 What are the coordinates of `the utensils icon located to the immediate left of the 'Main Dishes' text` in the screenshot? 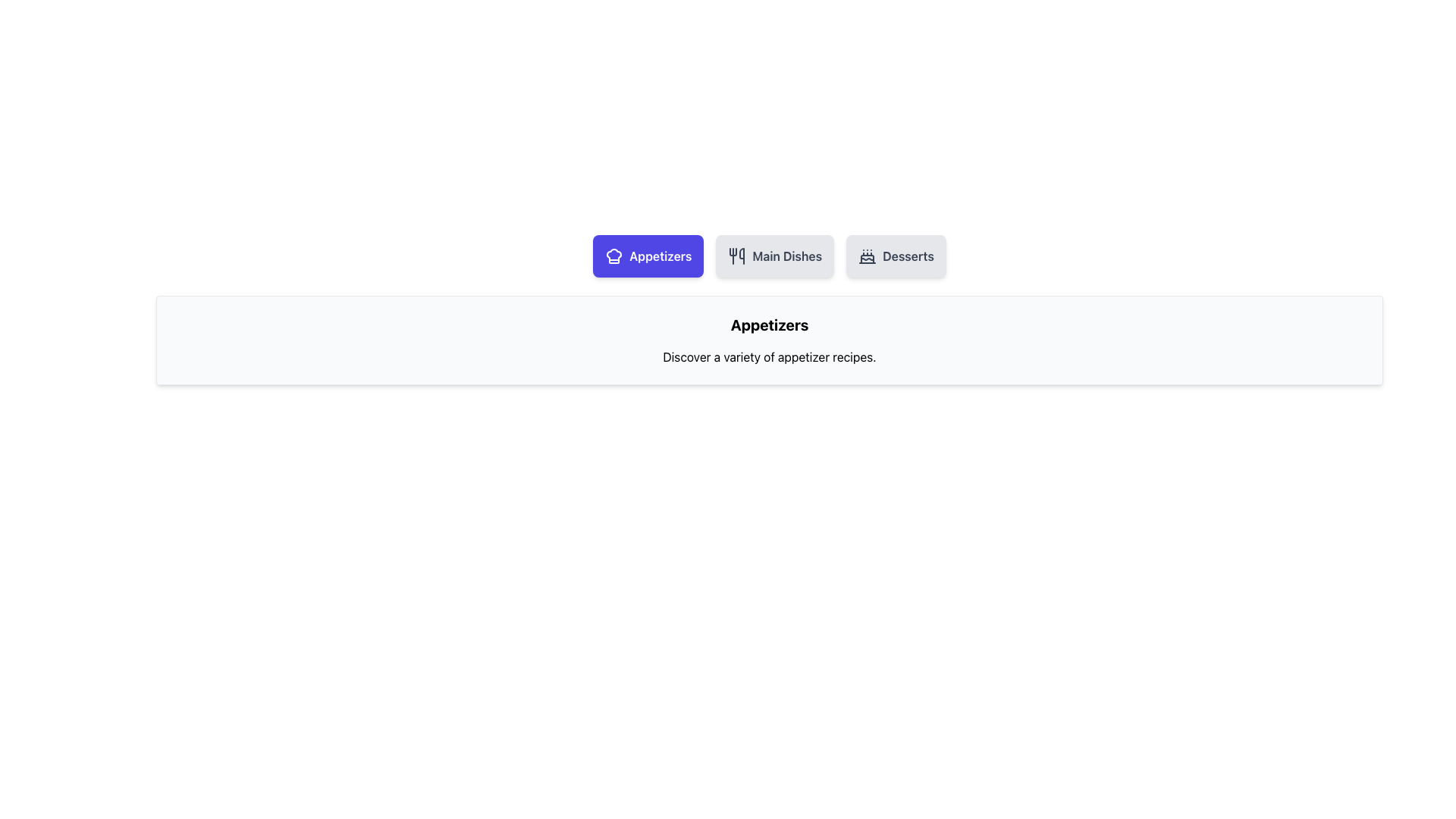 It's located at (737, 256).